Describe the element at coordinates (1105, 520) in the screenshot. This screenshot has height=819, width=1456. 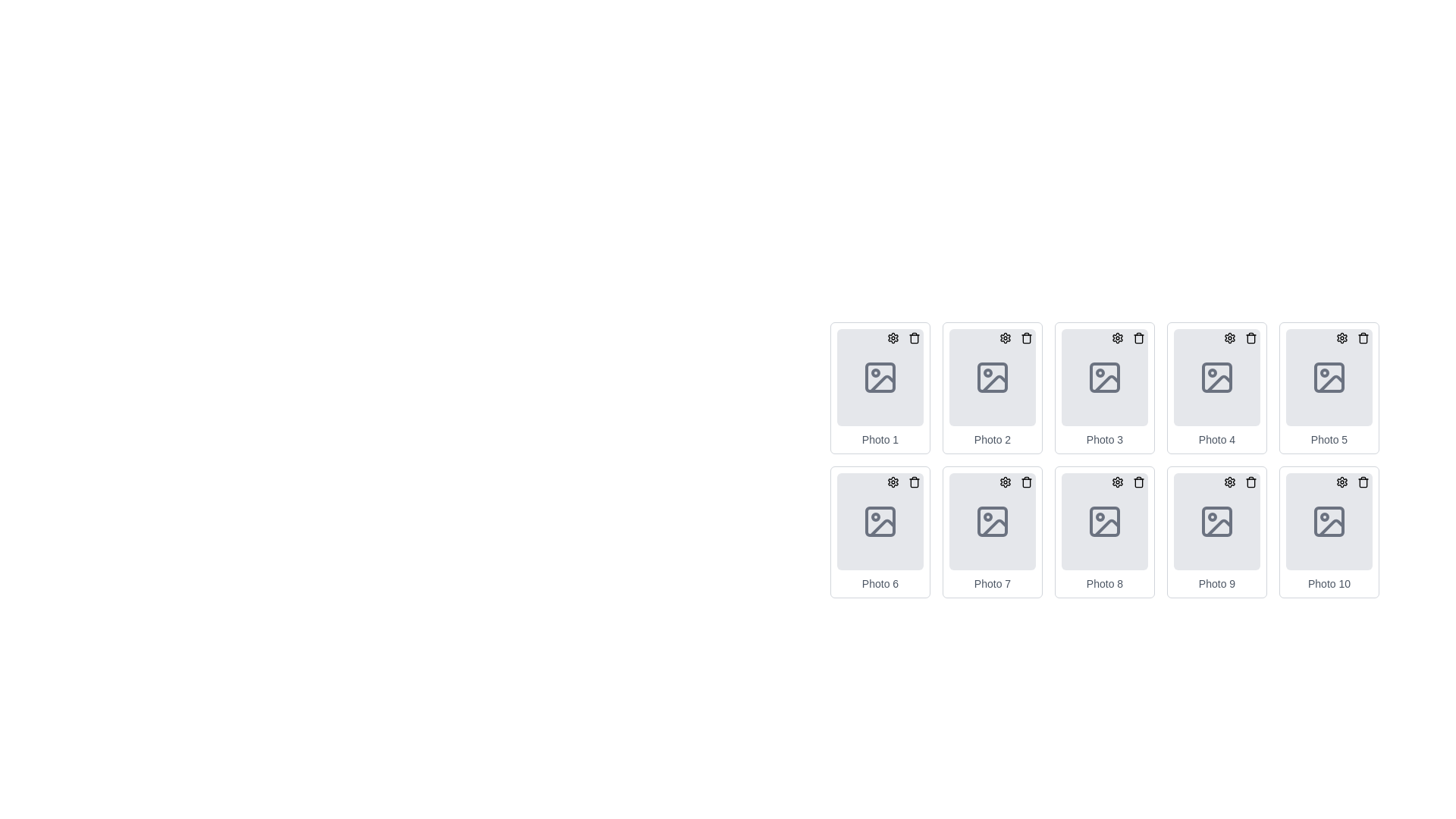
I see `an image onto the Image Placeholder labeled 'Photo 8' which has a light gray background and an icon representing a photo` at that location.